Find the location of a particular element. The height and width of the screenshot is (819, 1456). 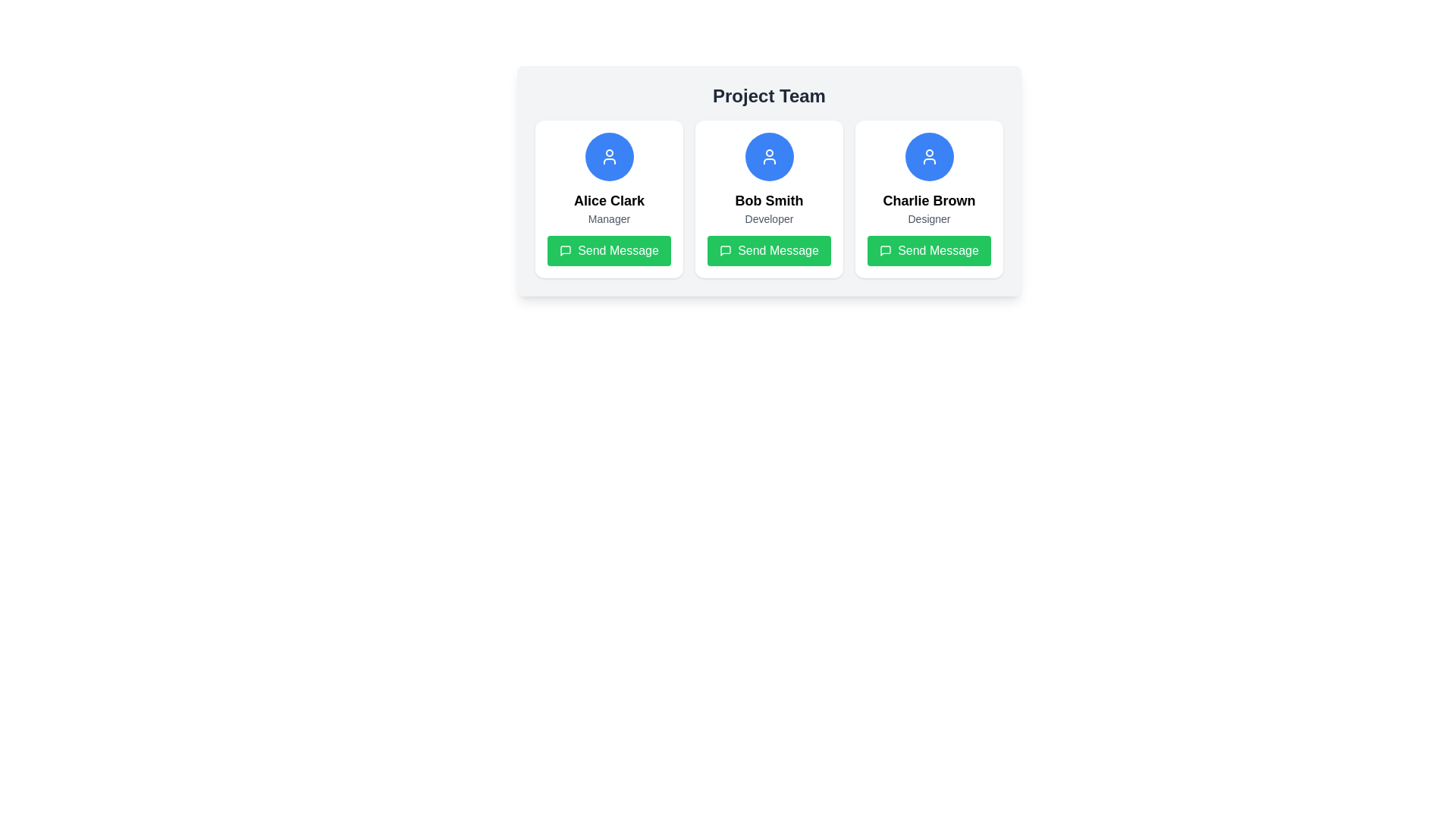

the user profile card located in the upper left corner of the grid layout is located at coordinates (609, 198).